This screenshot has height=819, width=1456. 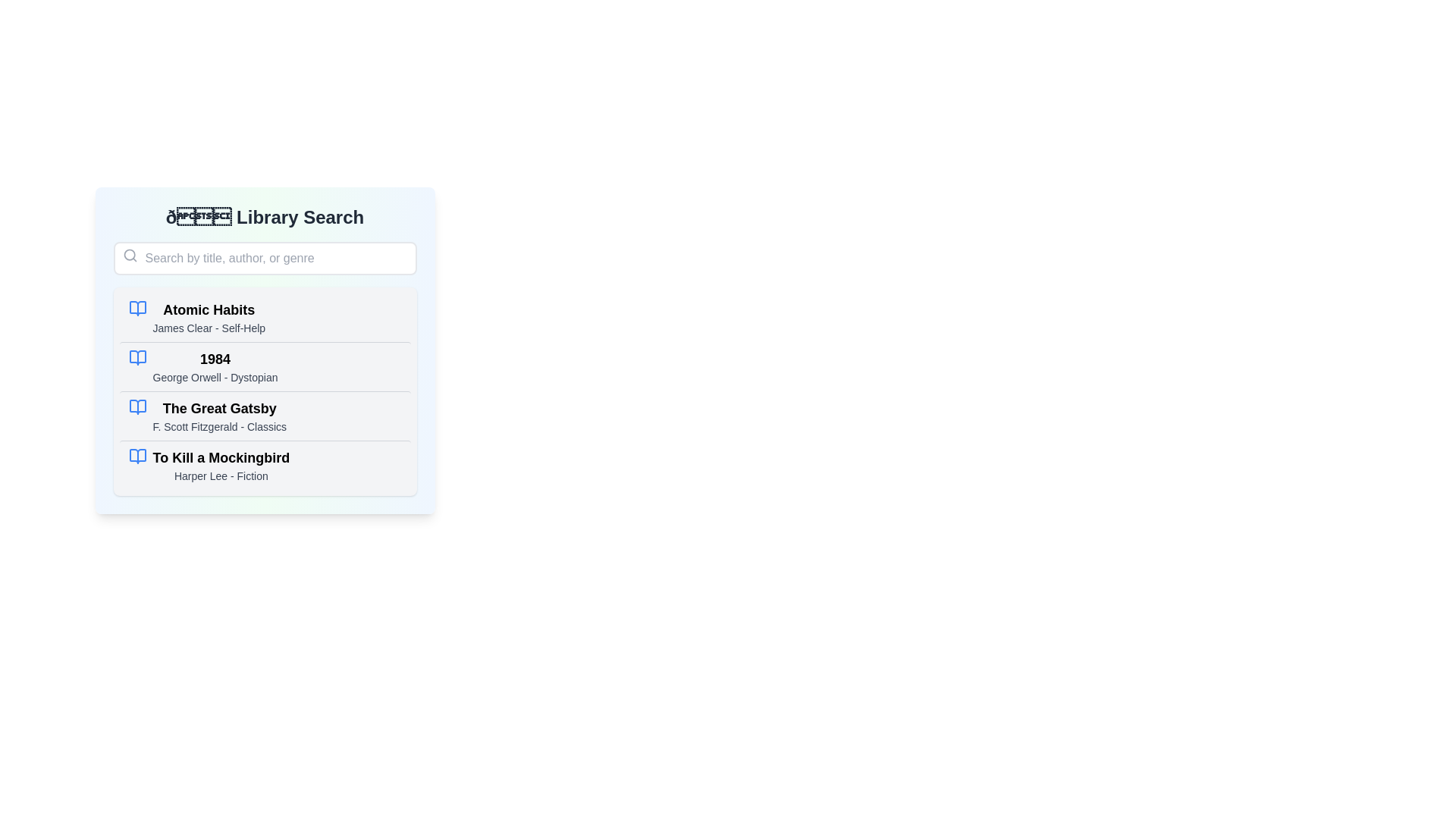 What do you see at coordinates (214, 359) in the screenshot?
I see `the text label displaying the title '1984' in the library search result layout` at bounding box center [214, 359].